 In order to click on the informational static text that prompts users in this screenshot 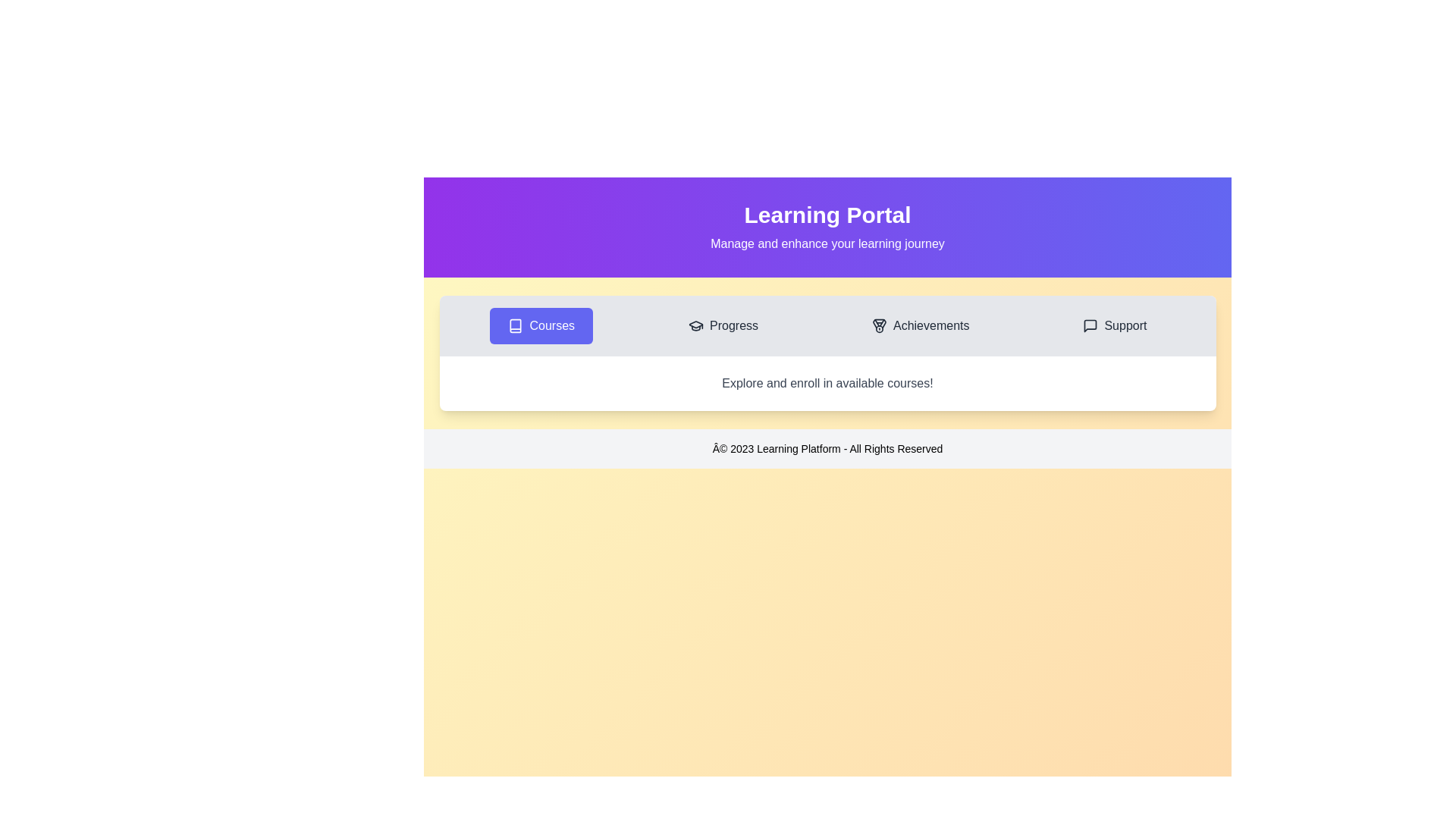, I will do `click(827, 382)`.